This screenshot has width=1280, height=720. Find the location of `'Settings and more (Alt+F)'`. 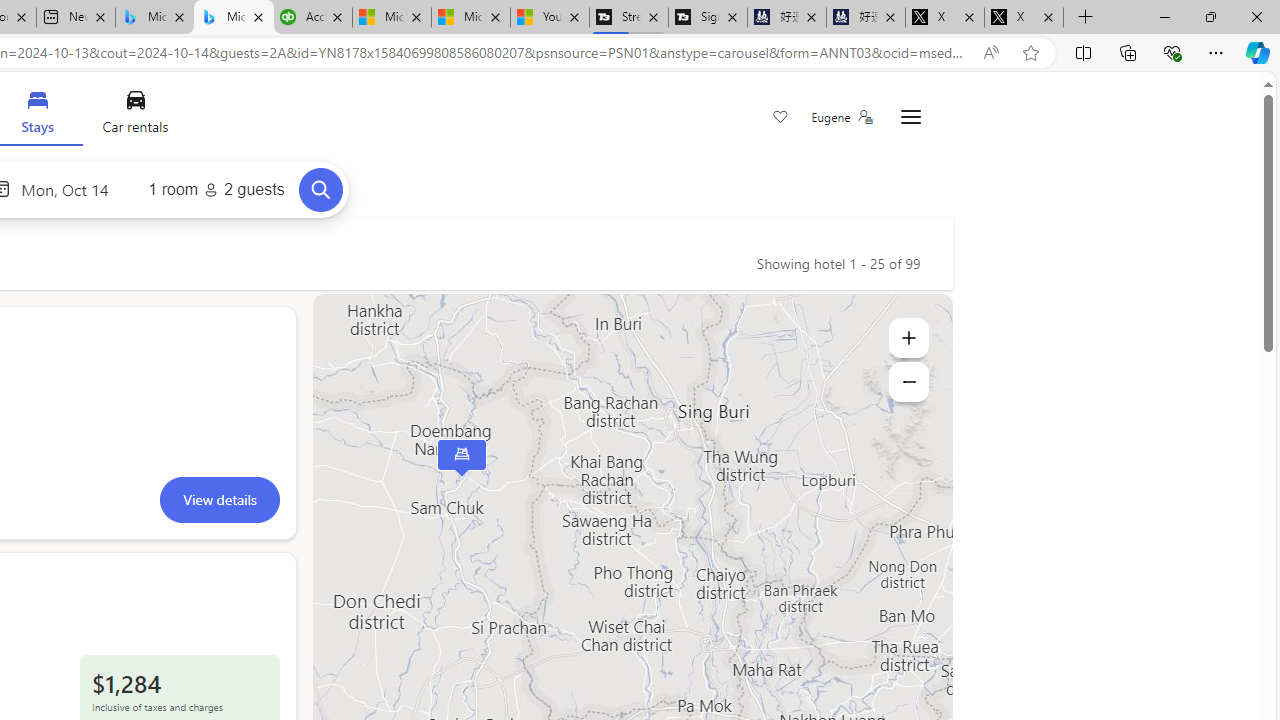

'Settings and more (Alt+F)' is located at coordinates (1215, 51).